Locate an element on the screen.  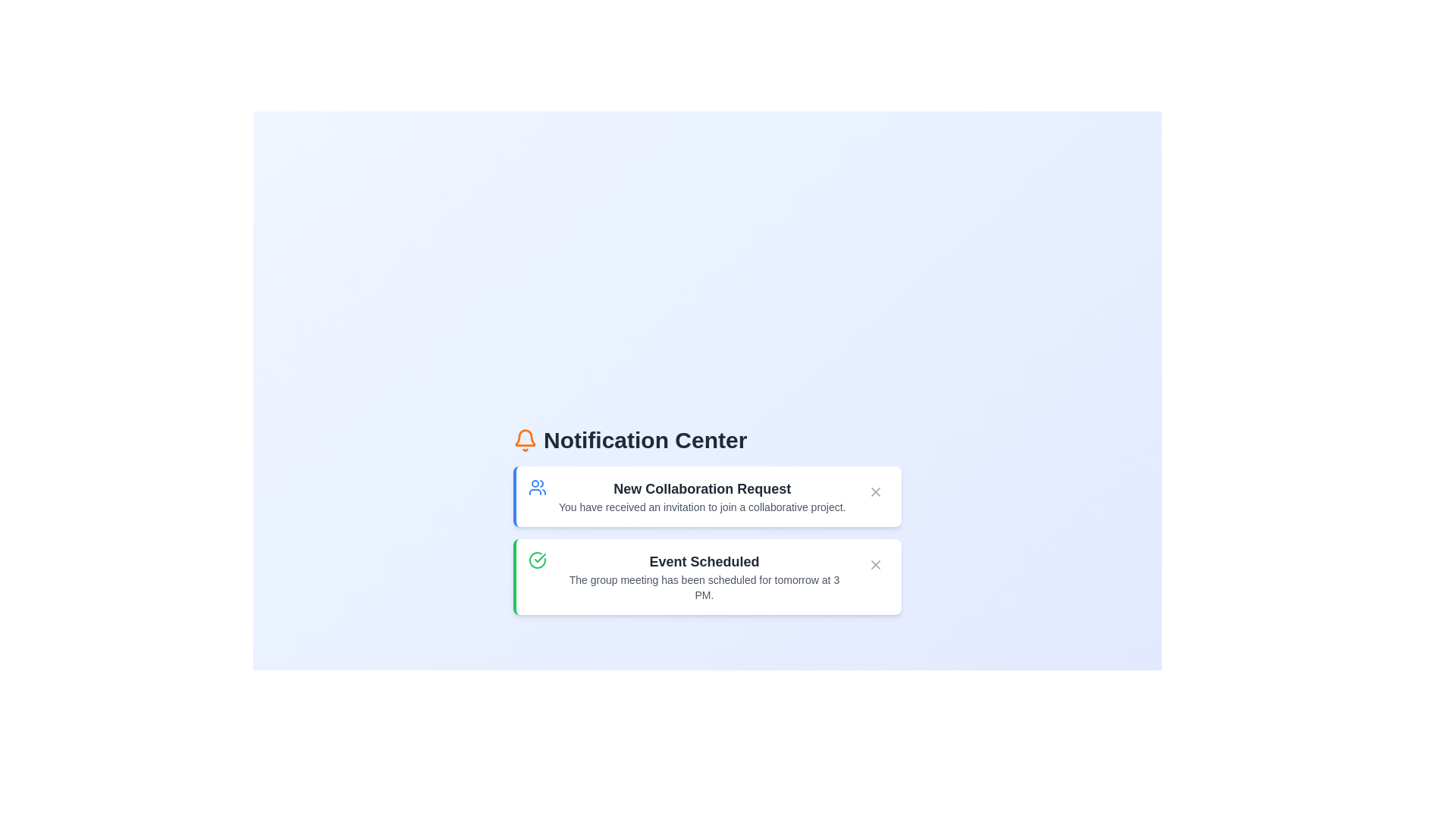
the 'X' mark button icon located in the second notification box labeled 'Event Scheduled' to trigger potential hover effects is located at coordinates (876, 564).